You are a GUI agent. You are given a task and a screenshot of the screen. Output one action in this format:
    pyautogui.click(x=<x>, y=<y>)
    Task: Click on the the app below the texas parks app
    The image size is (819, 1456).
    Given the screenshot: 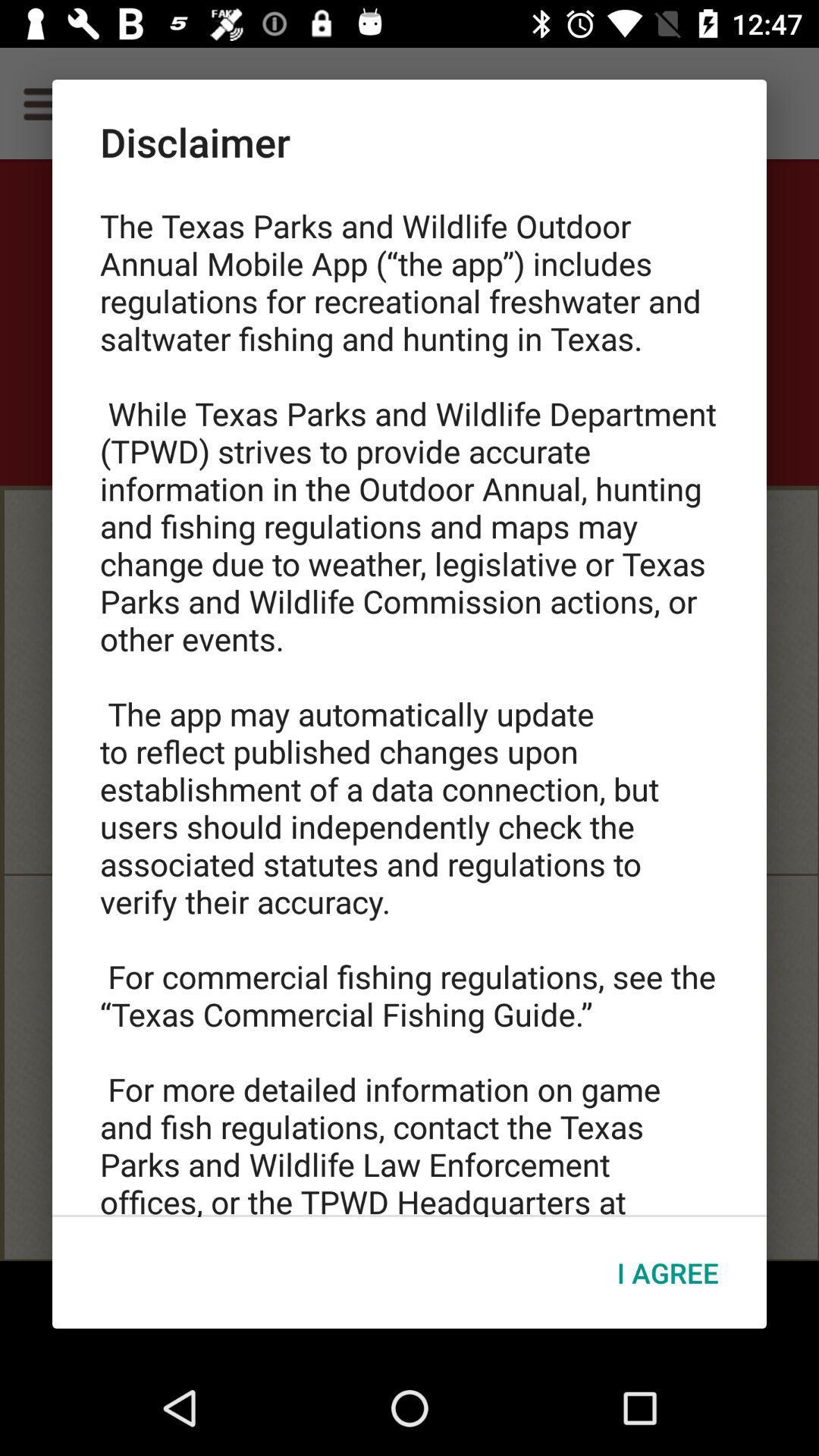 What is the action you would take?
    pyautogui.click(x=667, y=1272)
    